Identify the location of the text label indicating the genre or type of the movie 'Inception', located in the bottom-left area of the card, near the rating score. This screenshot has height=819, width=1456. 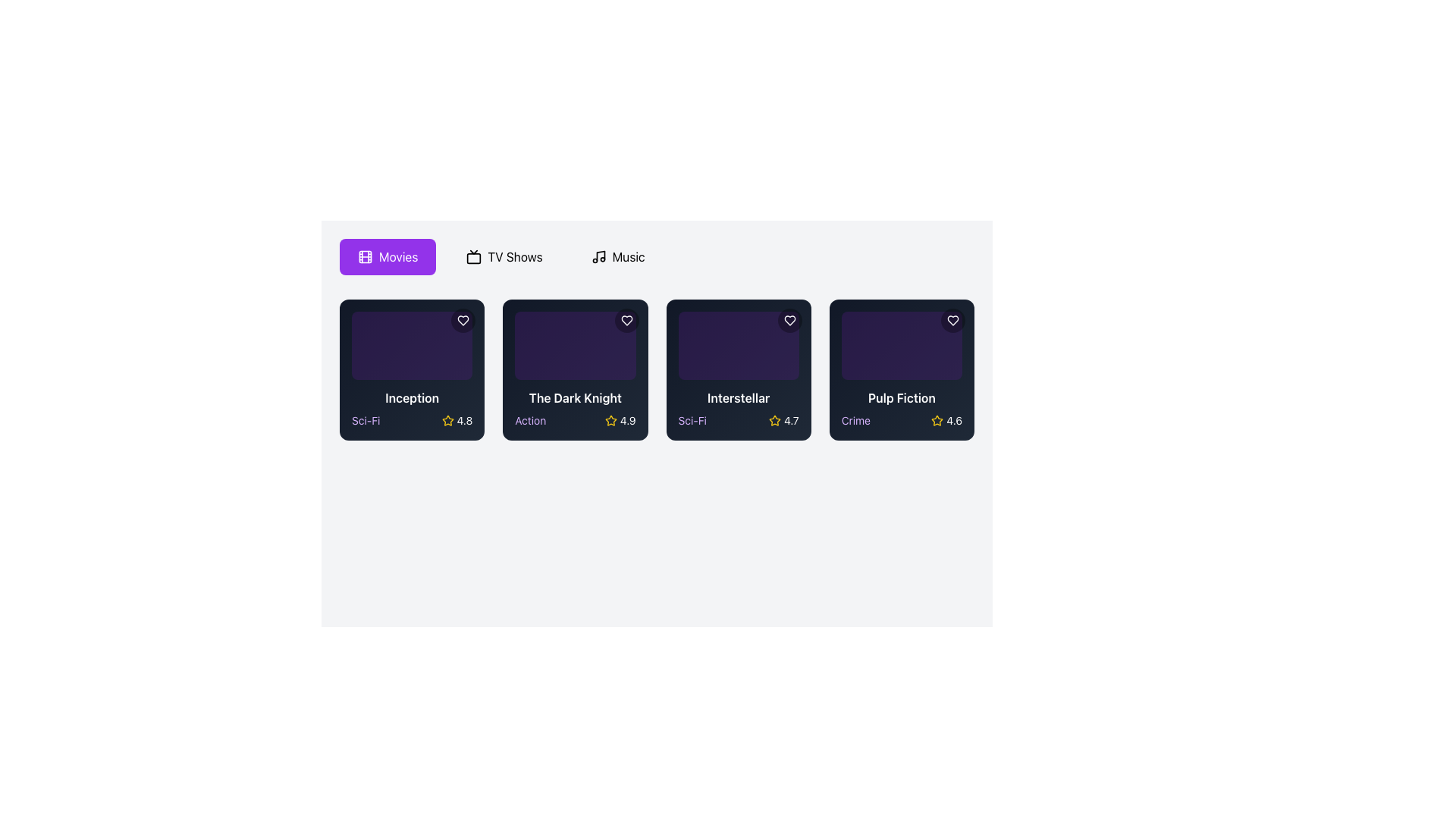
(366, 420).